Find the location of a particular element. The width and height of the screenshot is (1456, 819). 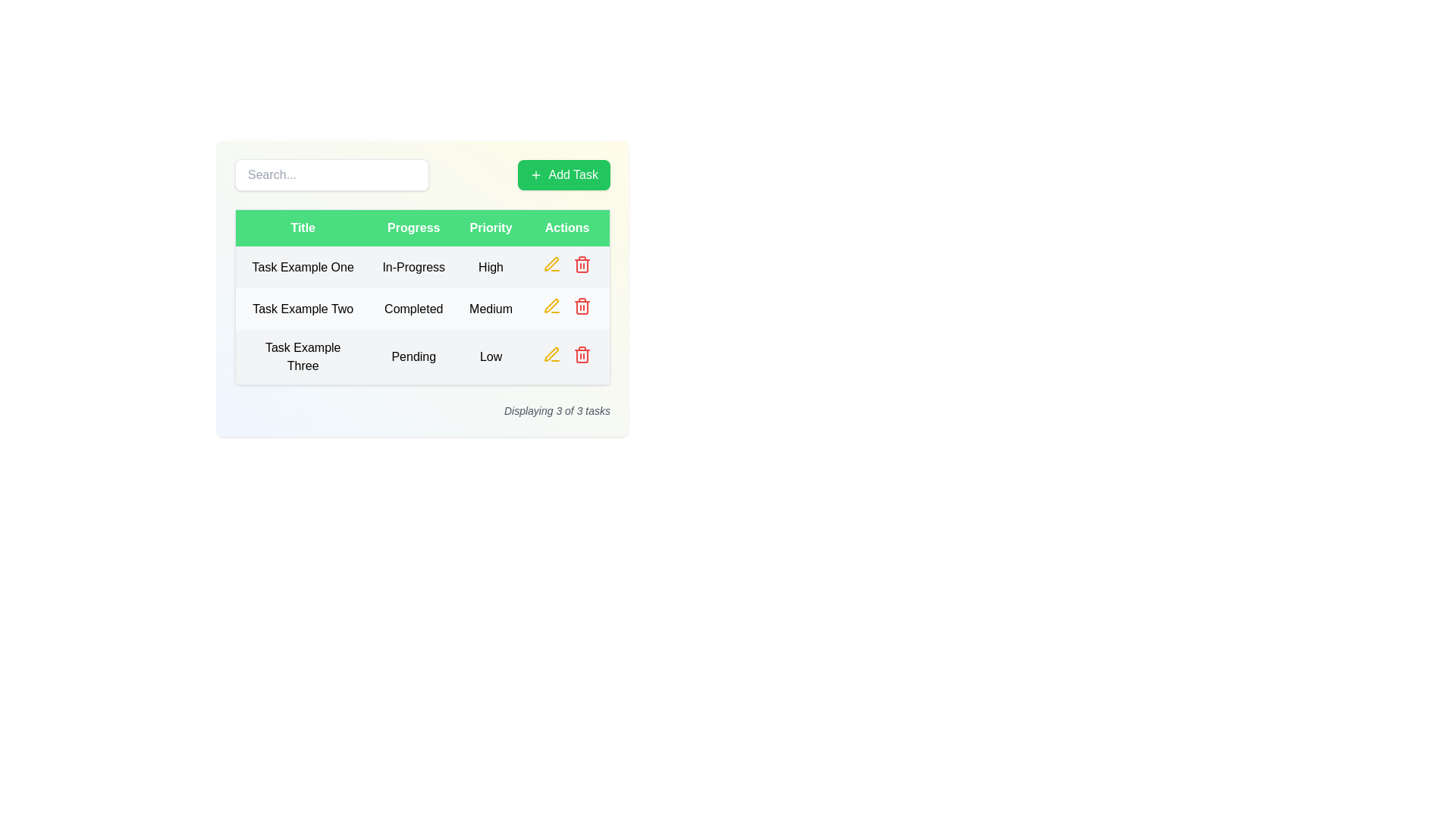

the text label displaying 'Task Example Three' is located at coordinates (303, 357).